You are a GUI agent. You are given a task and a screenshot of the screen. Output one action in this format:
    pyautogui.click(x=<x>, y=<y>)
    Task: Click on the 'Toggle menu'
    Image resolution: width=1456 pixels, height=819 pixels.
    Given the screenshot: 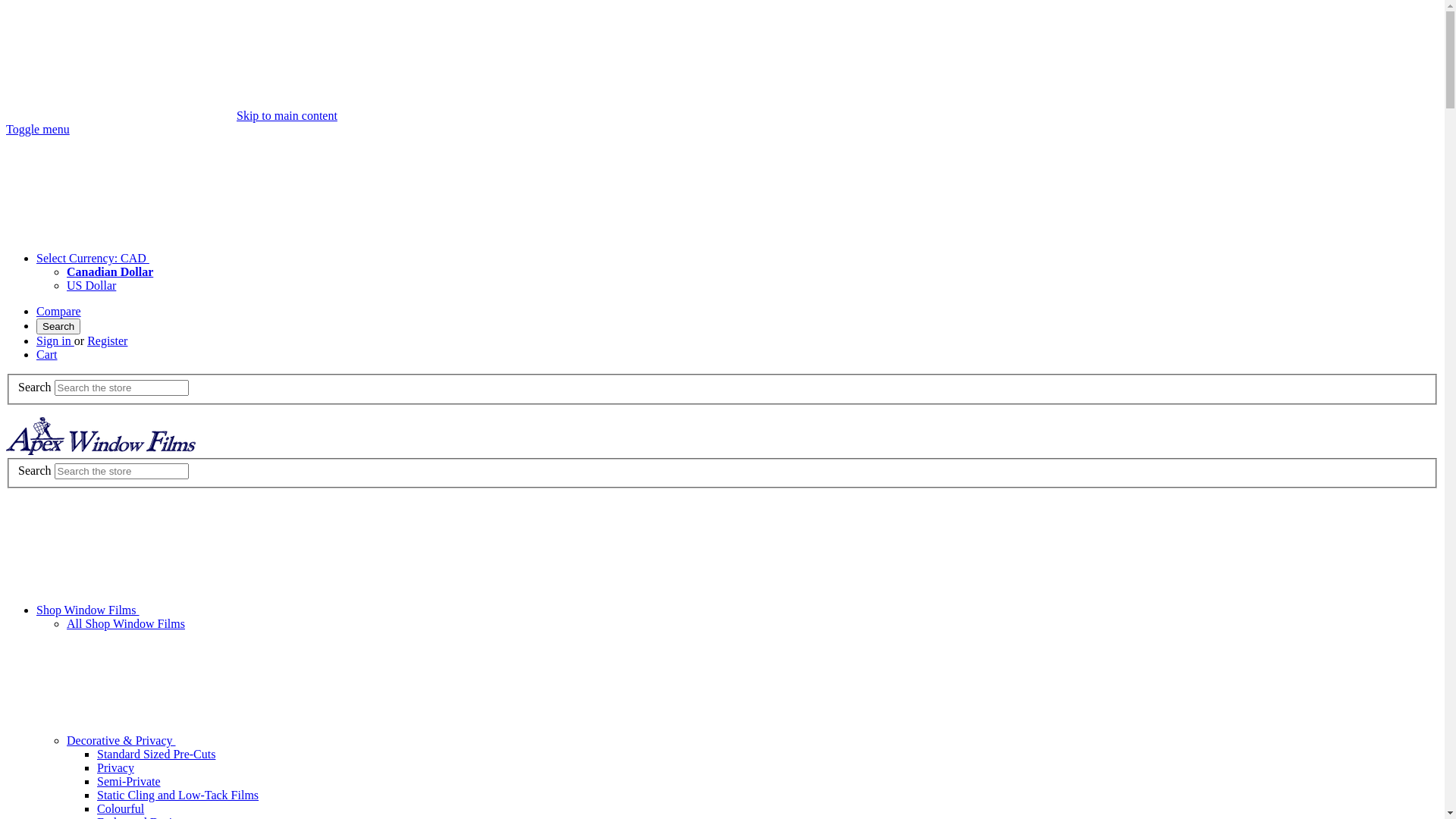 What is the action you would take?
    pyautogui.click(x=37, y=128)
    